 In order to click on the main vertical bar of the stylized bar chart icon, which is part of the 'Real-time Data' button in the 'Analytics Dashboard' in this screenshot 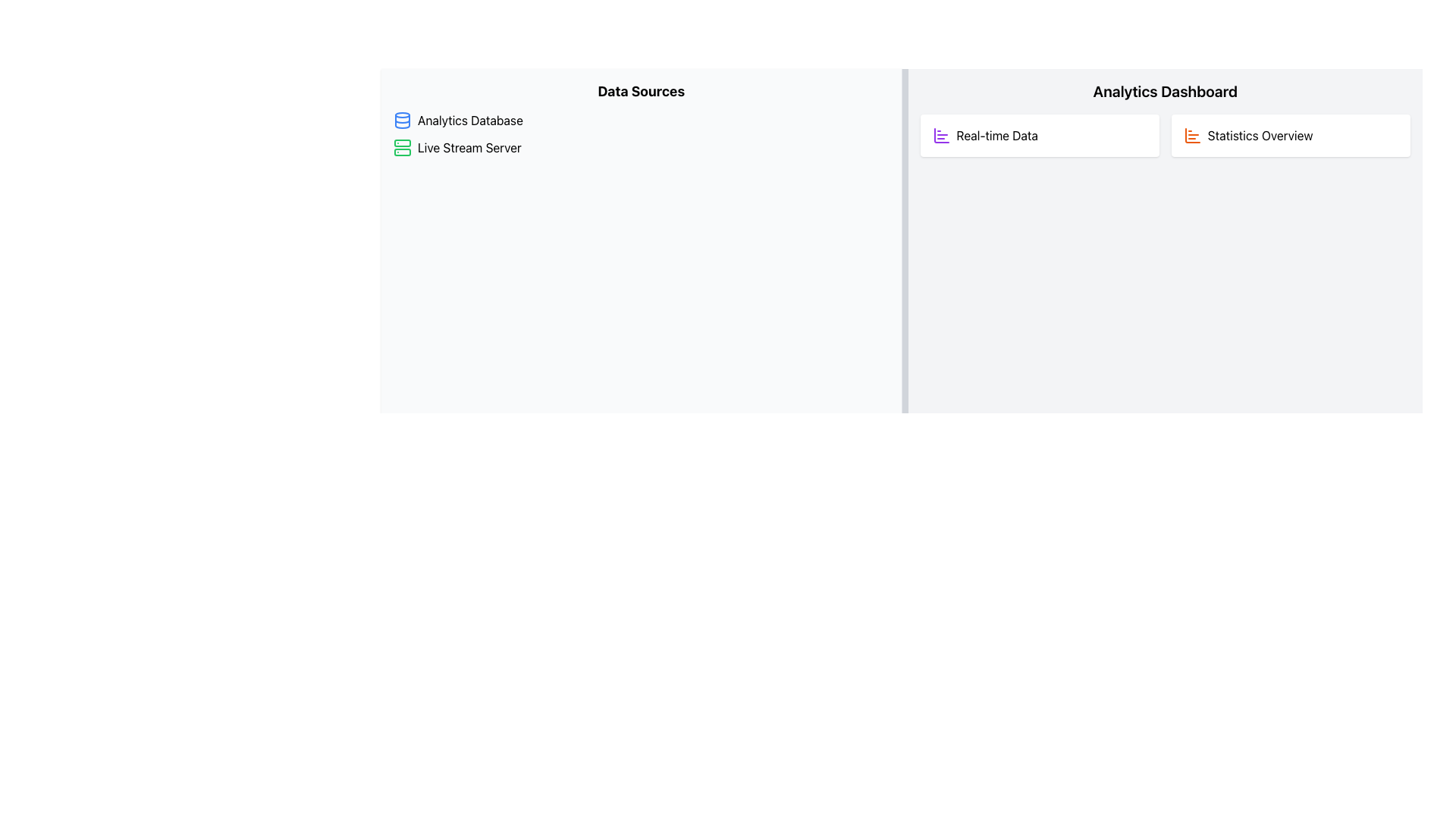, I will do `click(940, 134)`.